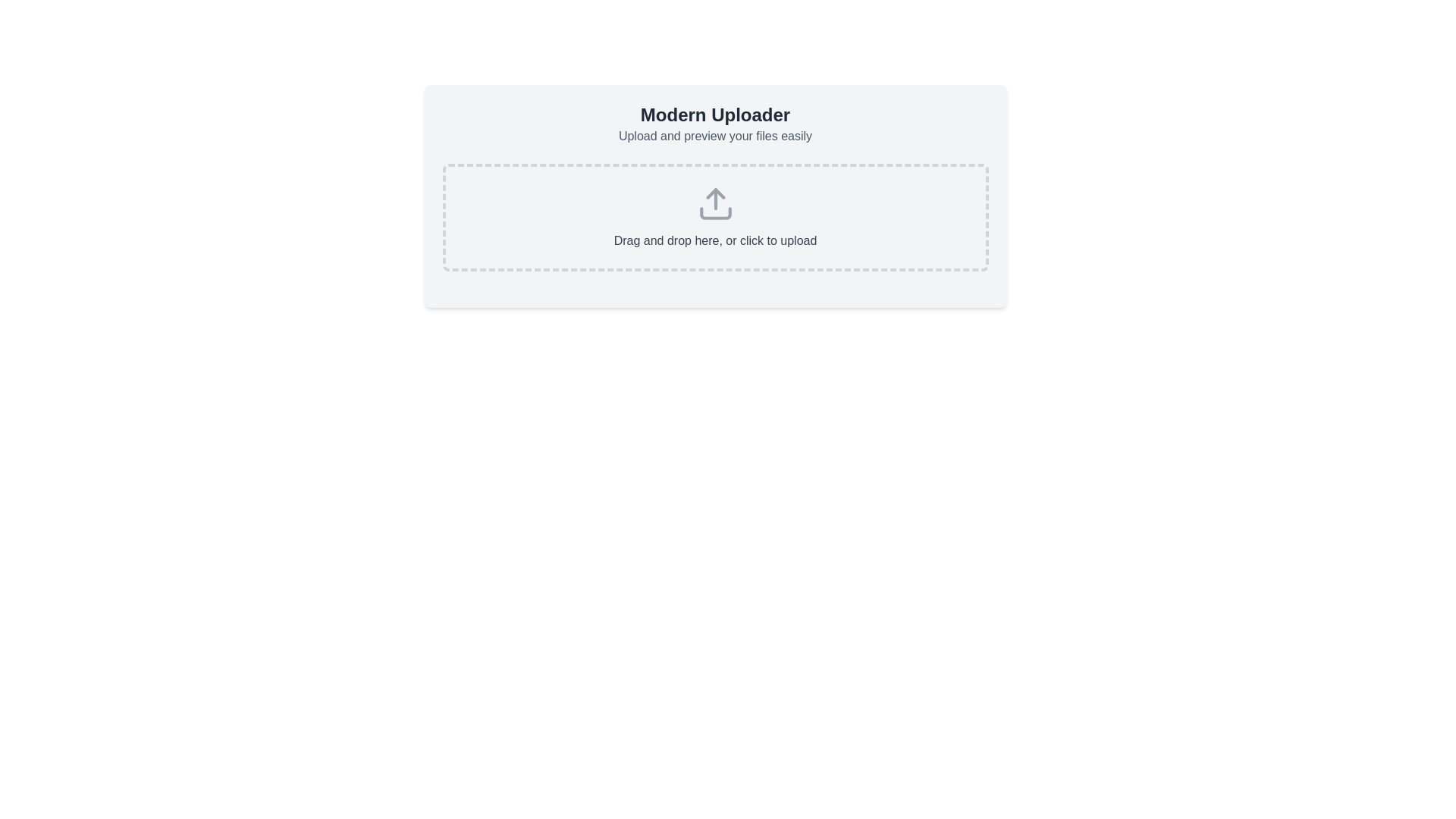  What do you see at coordinates (714, 124) in the screenshot?
I see `information provided in the text block with the heading 'Modern Uploader' and subtitle 'Upload and preview your files easily', located at the top center of the content box` at bounding box center [714, 124].